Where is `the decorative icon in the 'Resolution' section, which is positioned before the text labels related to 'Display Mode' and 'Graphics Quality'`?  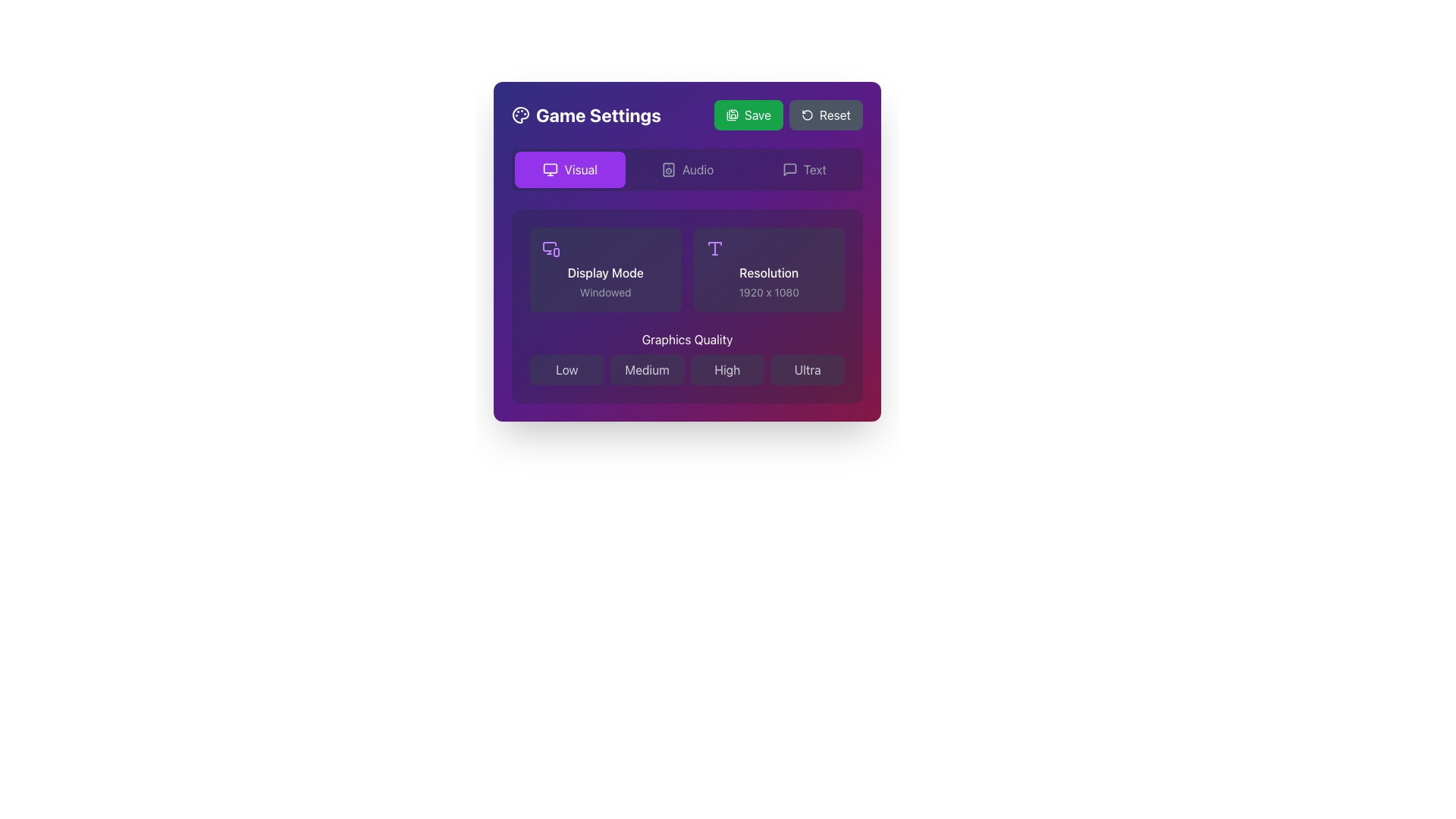 the decorative icon in the 'Resolution' section, which is positioned before the text labels related to 'Display Mode' and 'Graphics Quality' is located at coordinates (714, 247).